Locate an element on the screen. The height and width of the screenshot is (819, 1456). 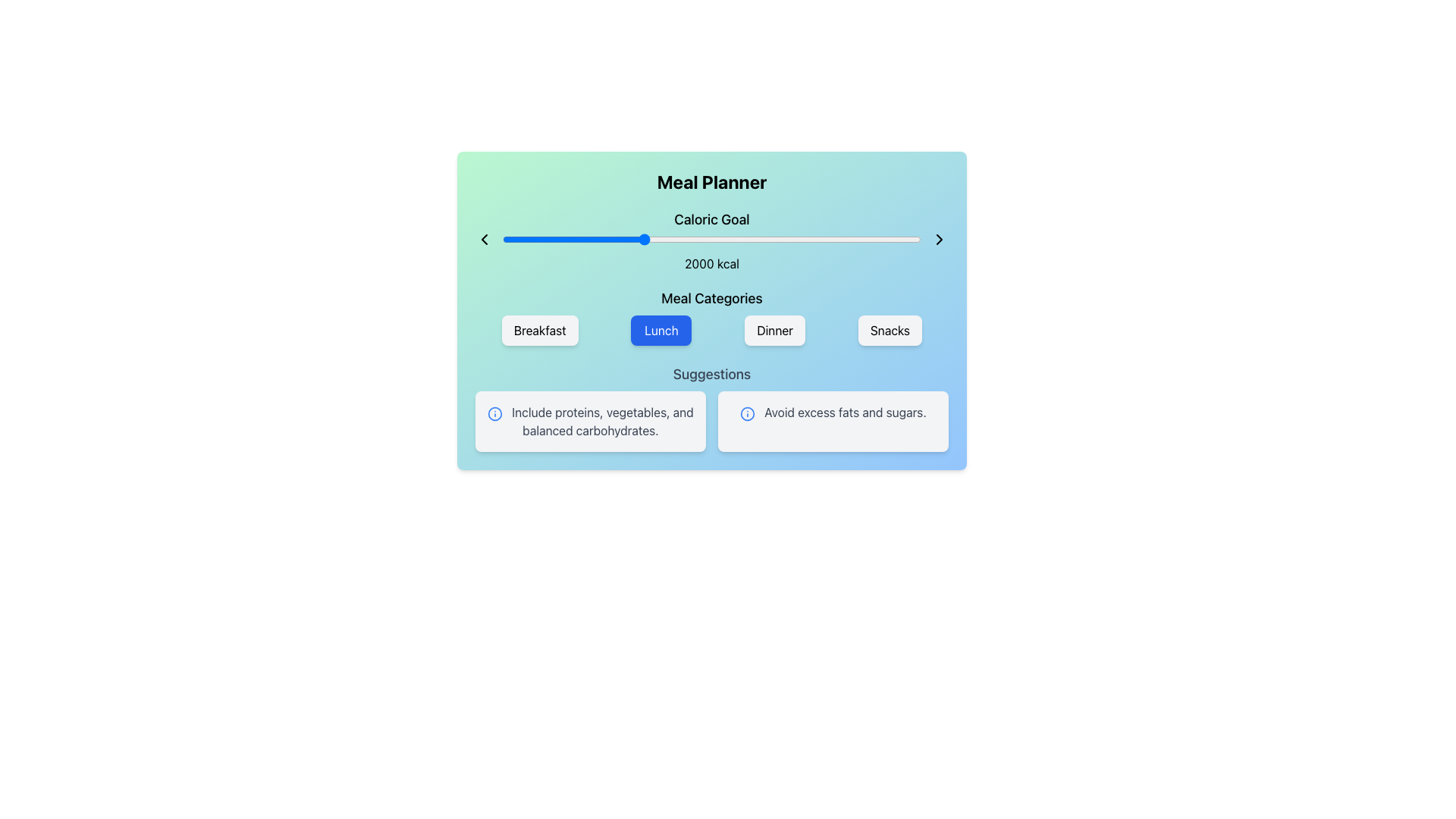
text label that says 'Meal Categories', which is presented in bold font style and is located at the center of the interface above the buttons is located at coordinates (711, 298).